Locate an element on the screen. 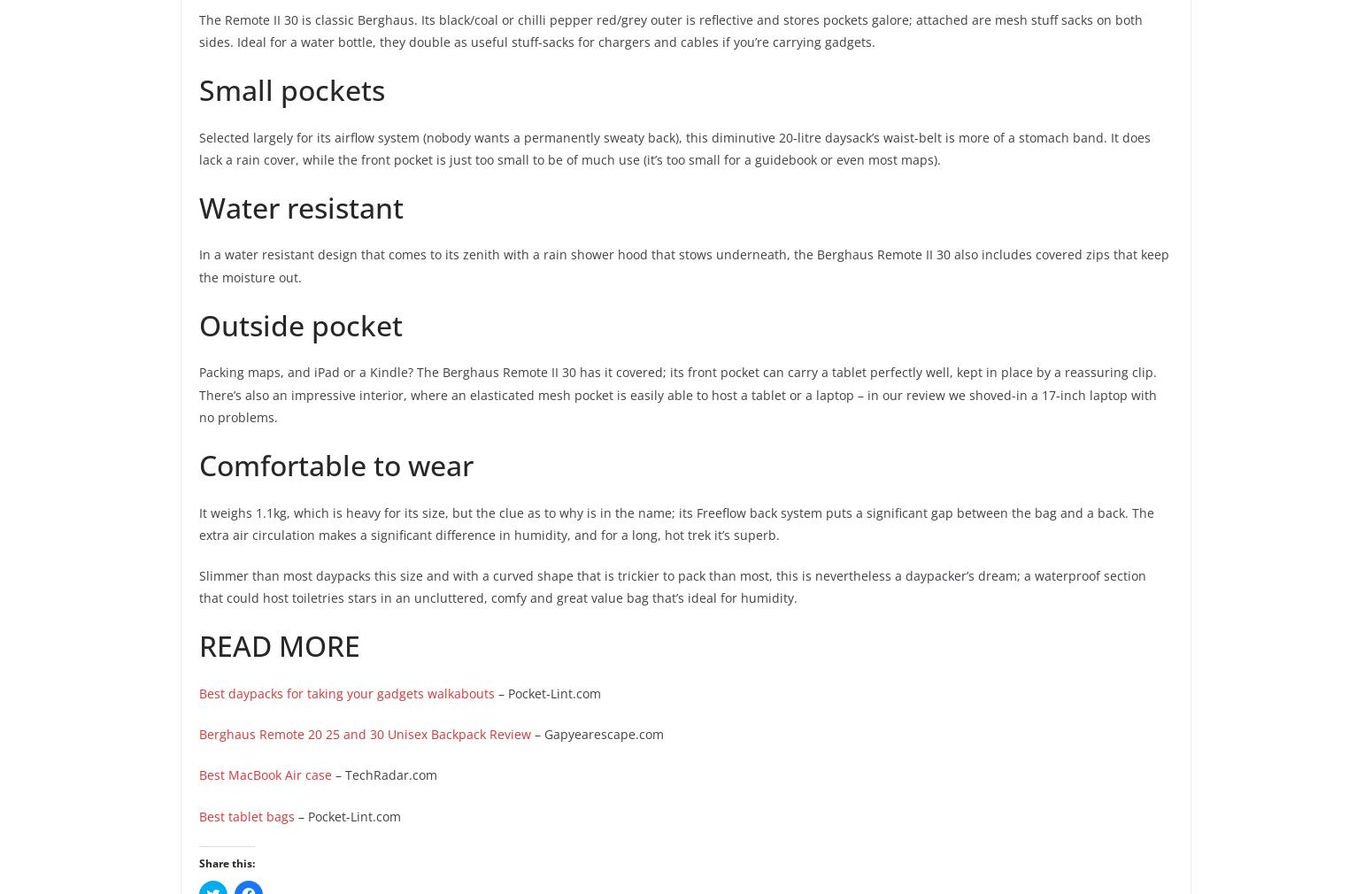 The height and width of the screenshot is (894, 1372). '– Gapyearescape.com' is located at coordinates (597, 734).